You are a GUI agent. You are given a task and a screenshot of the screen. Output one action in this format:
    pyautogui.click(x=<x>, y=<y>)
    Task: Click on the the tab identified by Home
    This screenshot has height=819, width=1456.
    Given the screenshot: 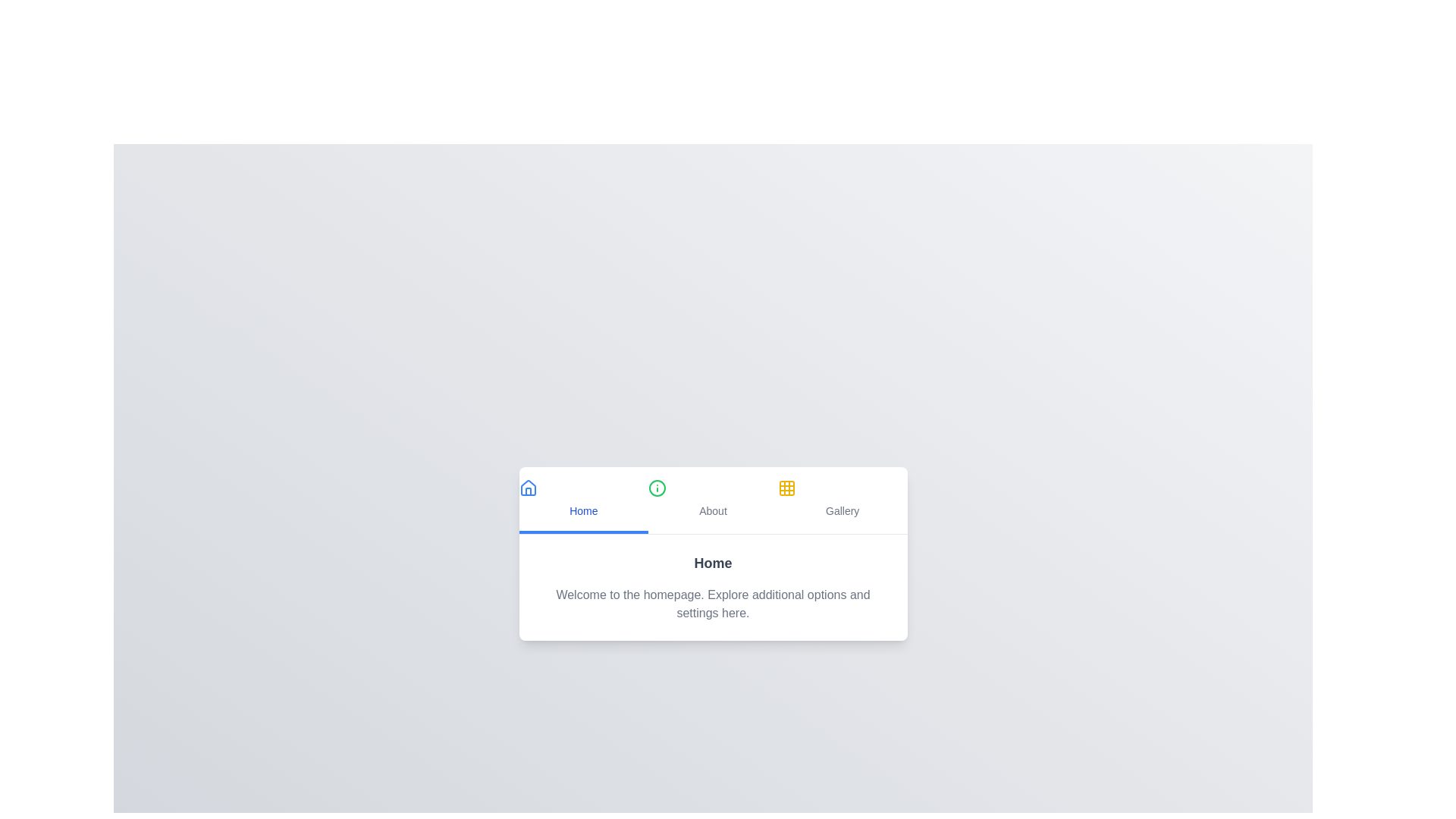 What is the action you would take?
    pyautogui.click(x=582, y=500)
    